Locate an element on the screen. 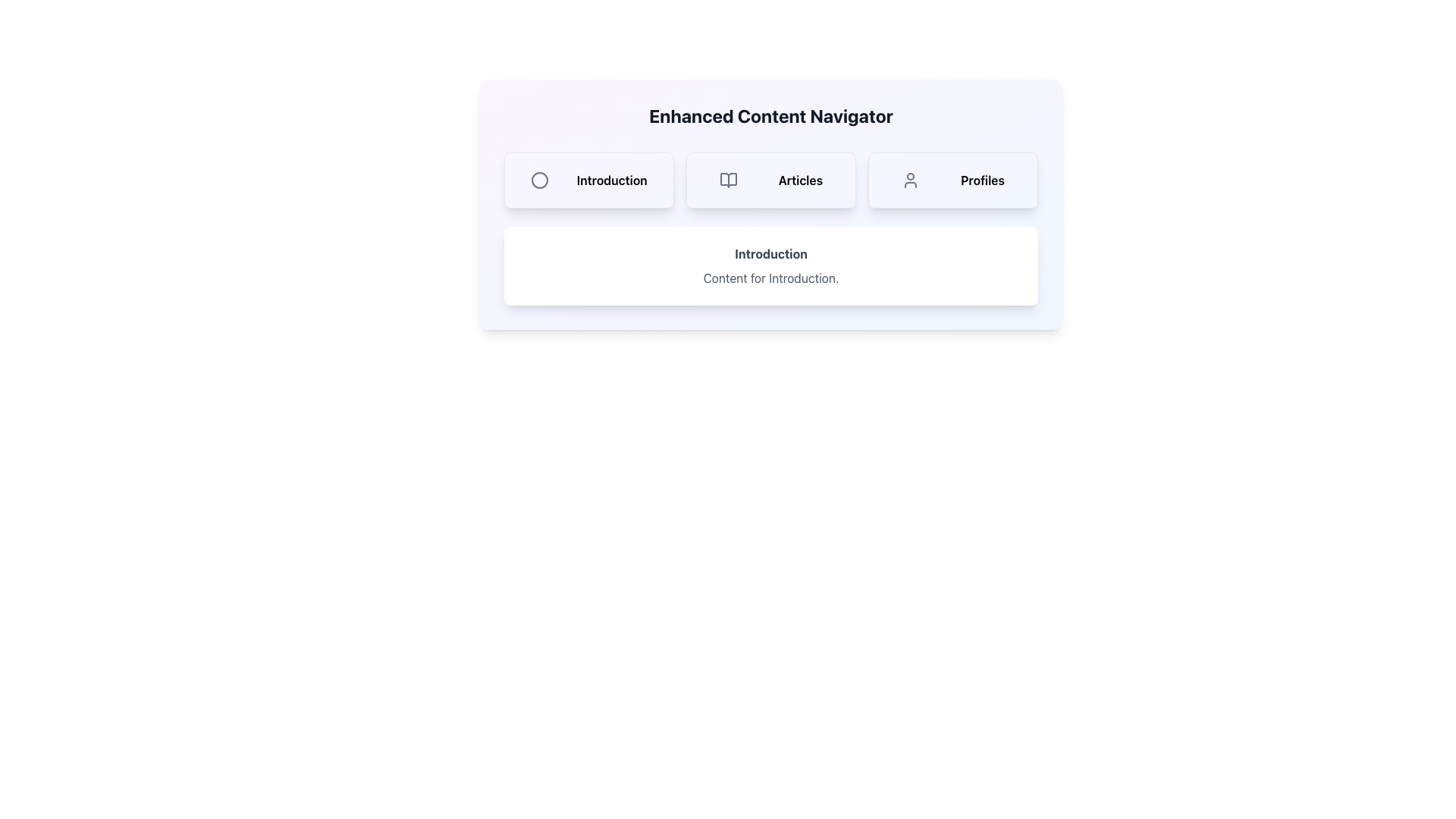  the user account icon represented by a simplified profile silhouette located in the 'Profiles' section of the navigation bar is located at coordinates (910, 180).